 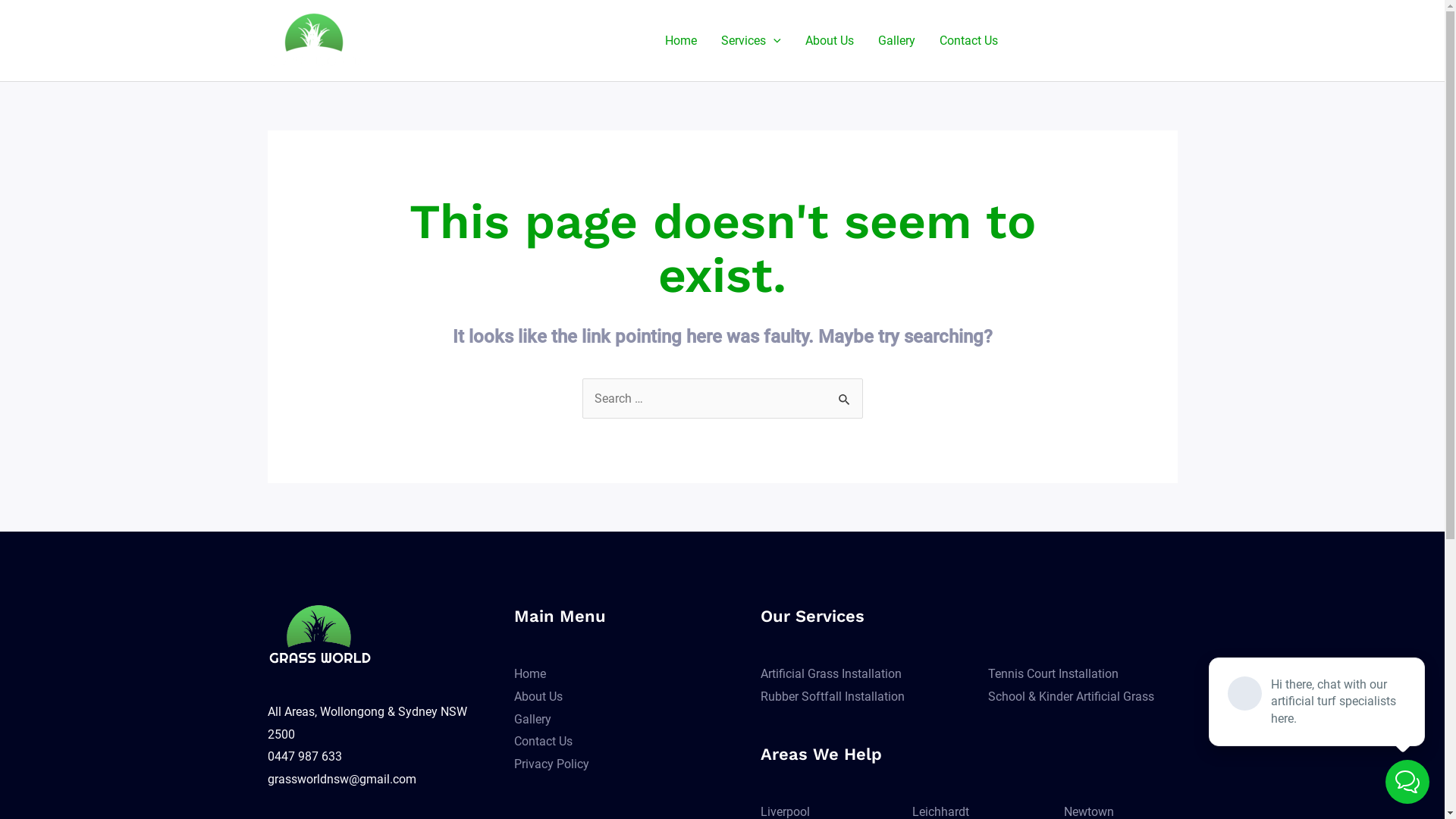 I want to click on 'About Us', so click(x=829, y=39).